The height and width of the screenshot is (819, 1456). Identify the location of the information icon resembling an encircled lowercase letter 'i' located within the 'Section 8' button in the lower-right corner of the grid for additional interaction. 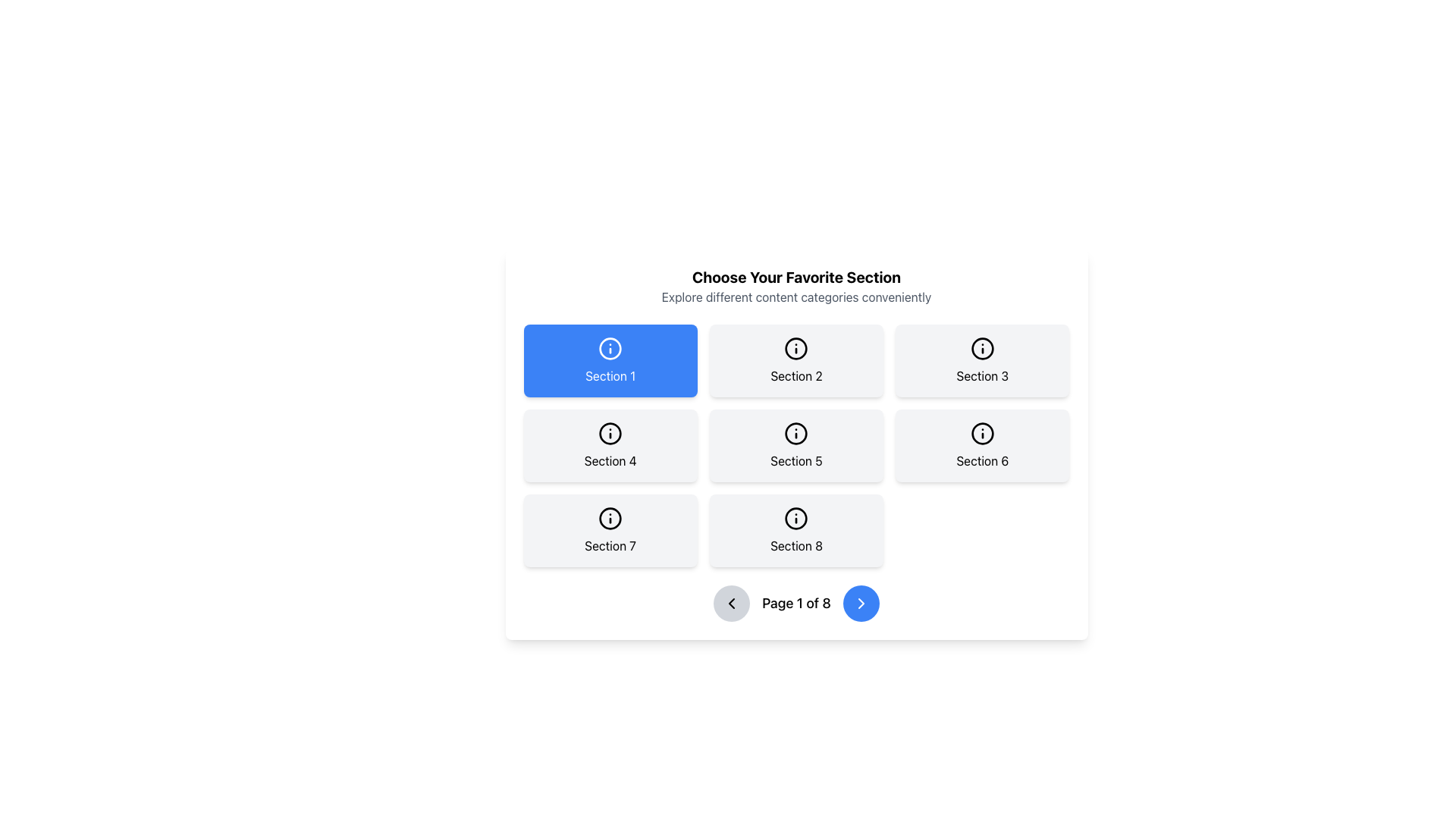
(795, 517).